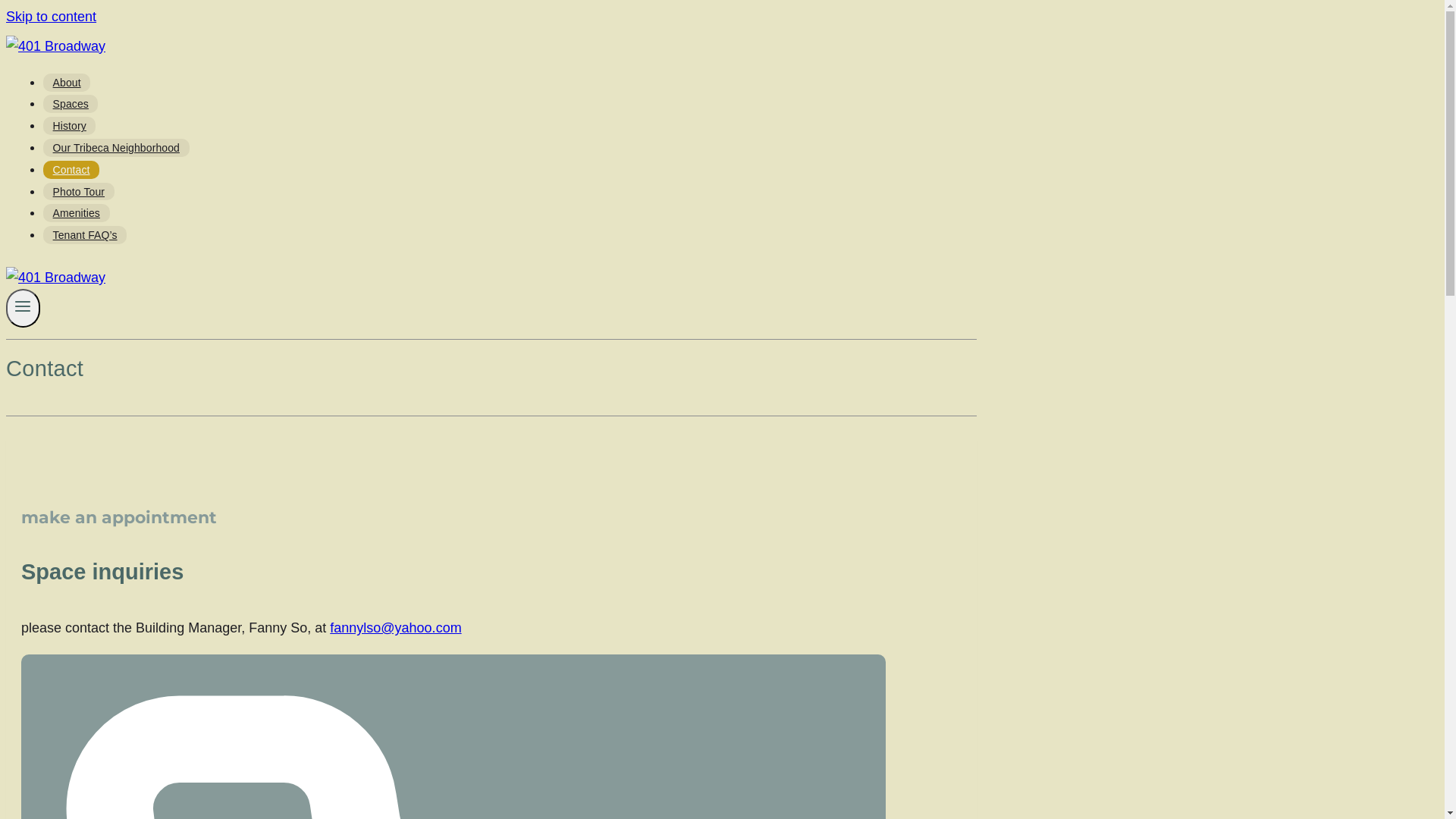  I want to click on 'Skip to content', so click(51, 17).